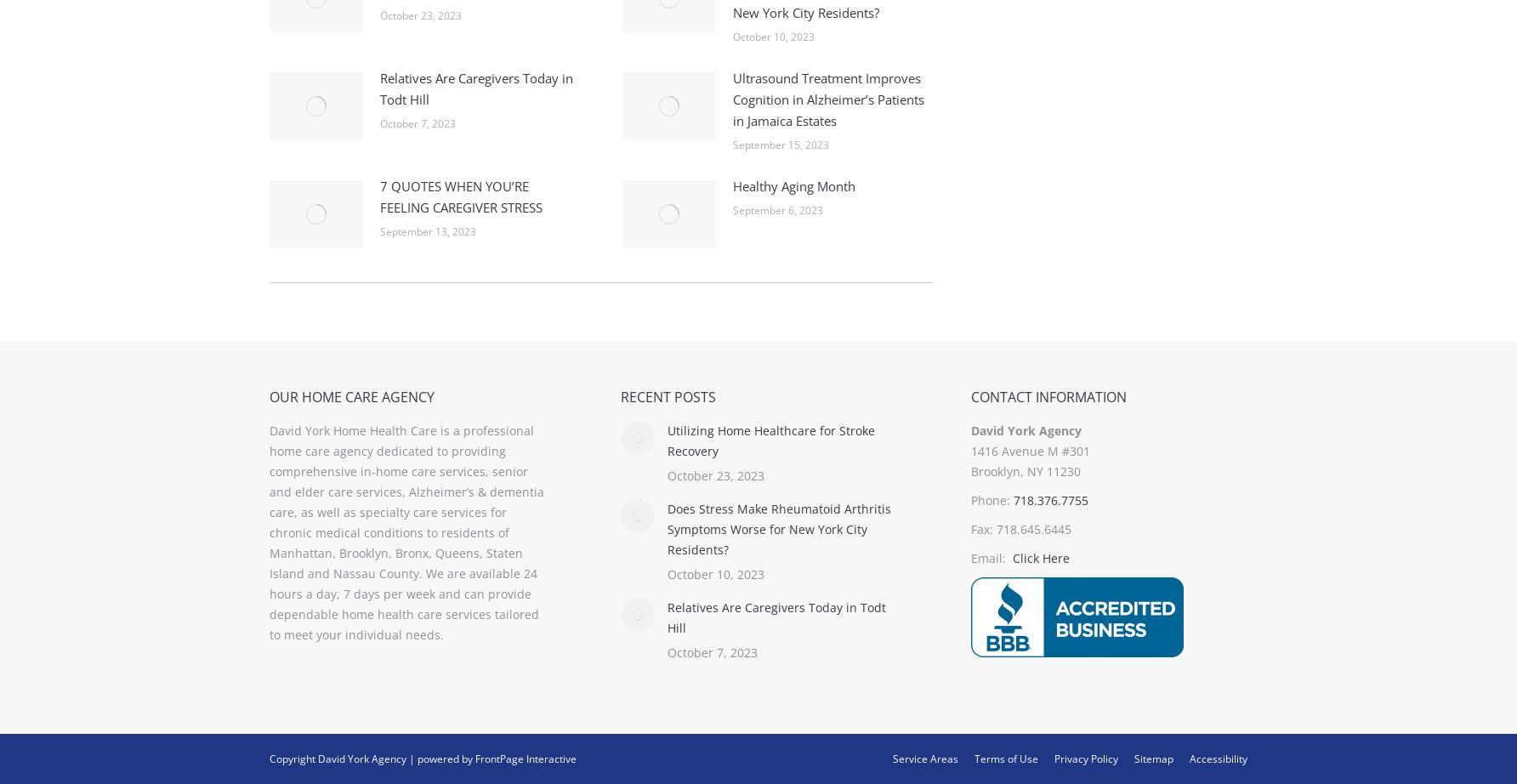  What do you see at coordinates (1190, 758) in the screenshot?
I see `'Accessibility'` at bounding box center [1190, 758].